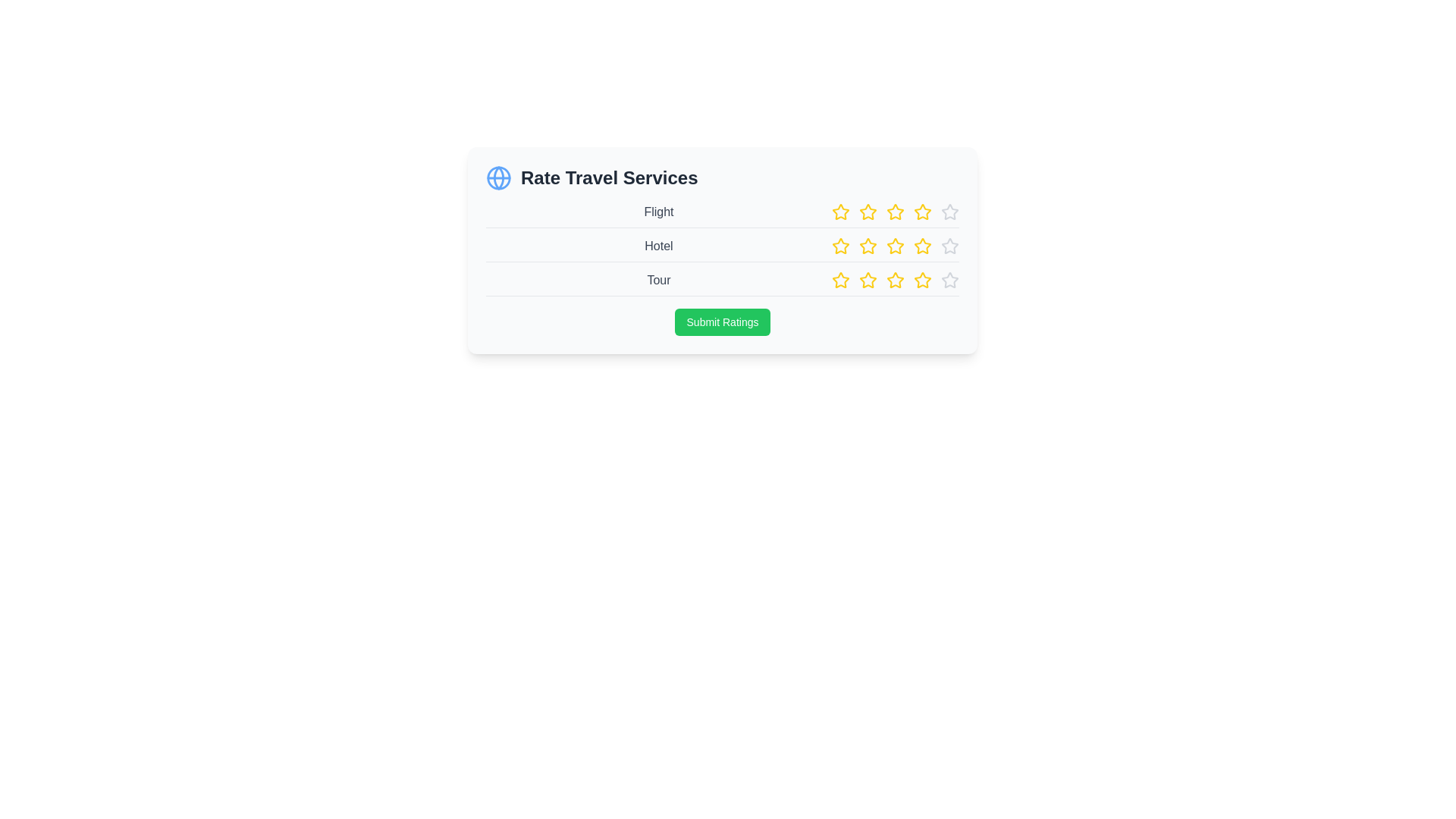 The height and width of the screenshot is (819, 1456). Describe the element at coordinates (839, 245) in the screenshot. I see `the third star icon in the rating input method for the 'Hotel' section` at that location.